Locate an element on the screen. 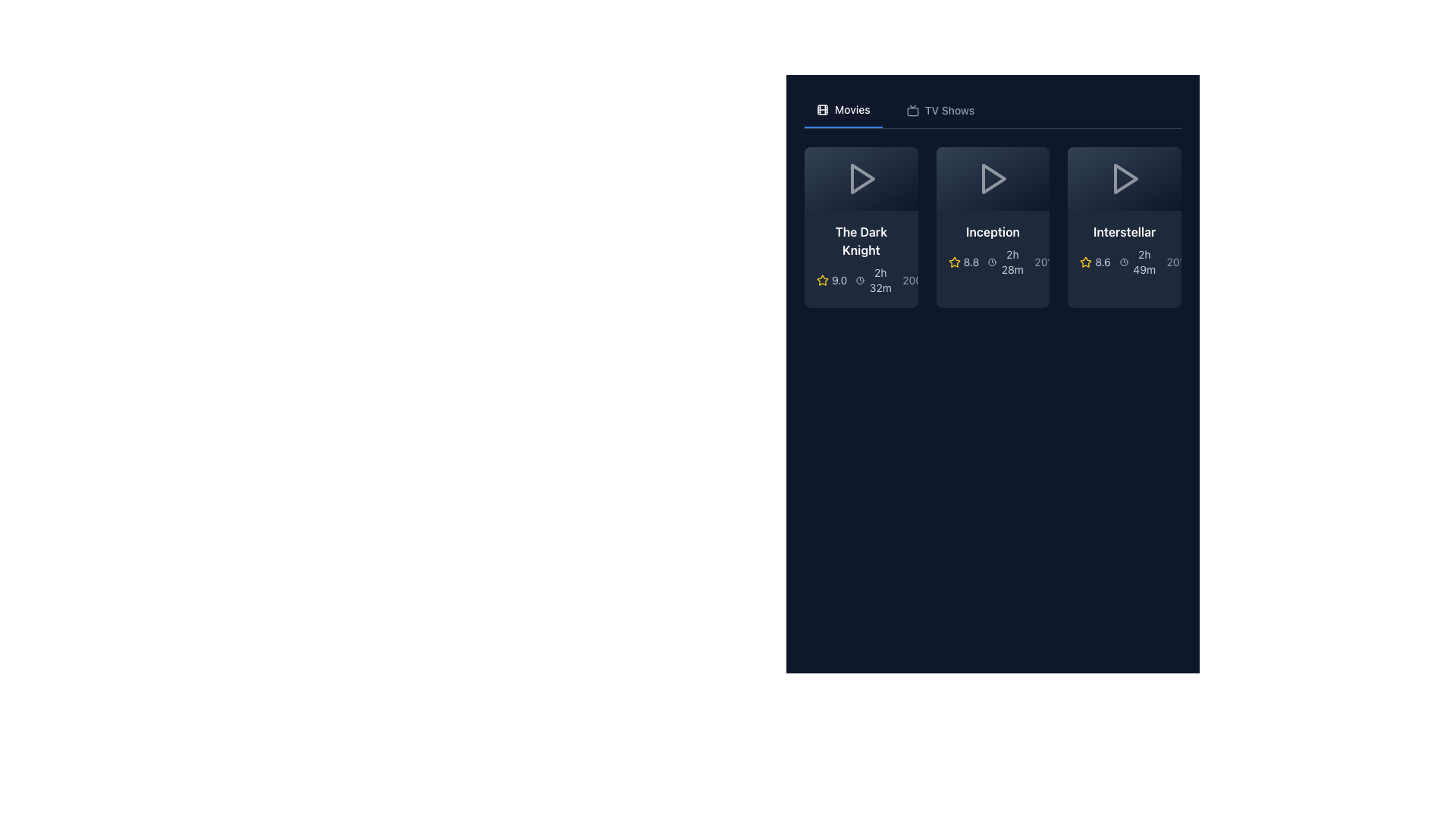  the text label displaying '8.8', which is a rating indicator located next to a yellow star icon within the movie card for 'Inception' is located at coordinates (971, 262).